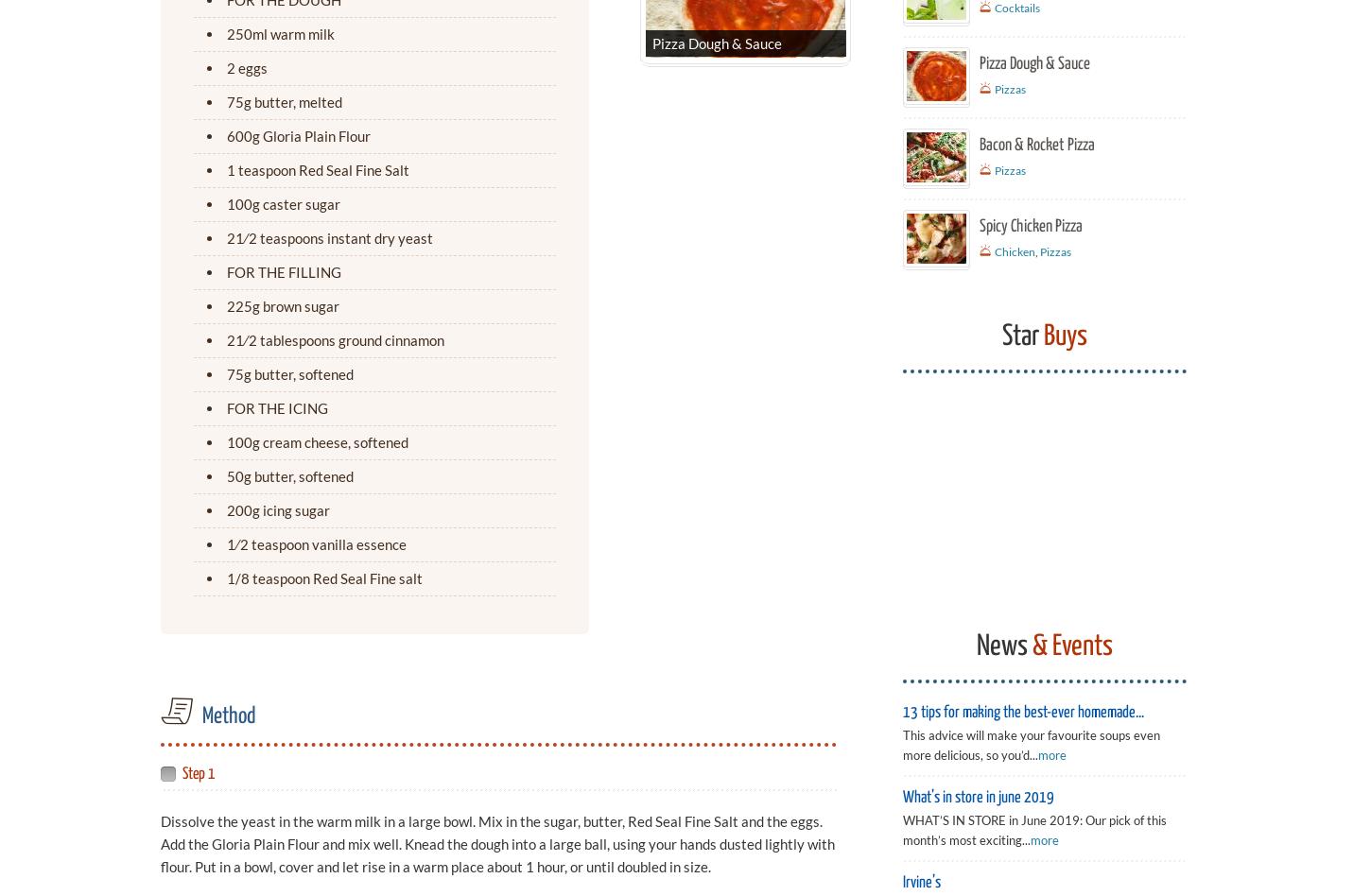 This screenshot has height=896, width=1371. What do you see at coordinates (921, 881) in the screenshot?
I see `'Irvine’s'` at bounding box center [921, 881].